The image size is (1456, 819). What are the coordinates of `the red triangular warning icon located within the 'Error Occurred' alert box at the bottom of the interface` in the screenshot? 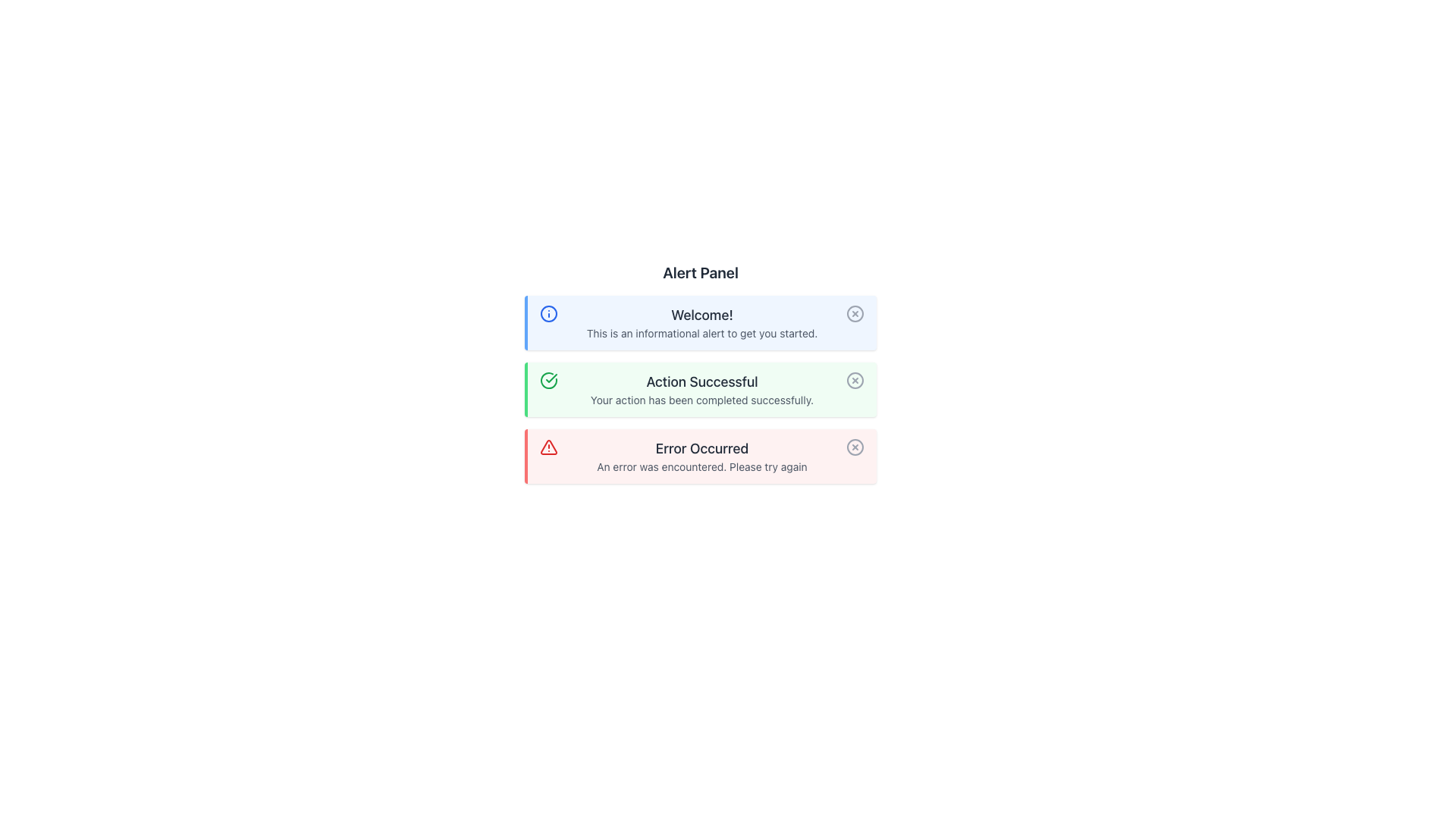 It's located at (548, 447).